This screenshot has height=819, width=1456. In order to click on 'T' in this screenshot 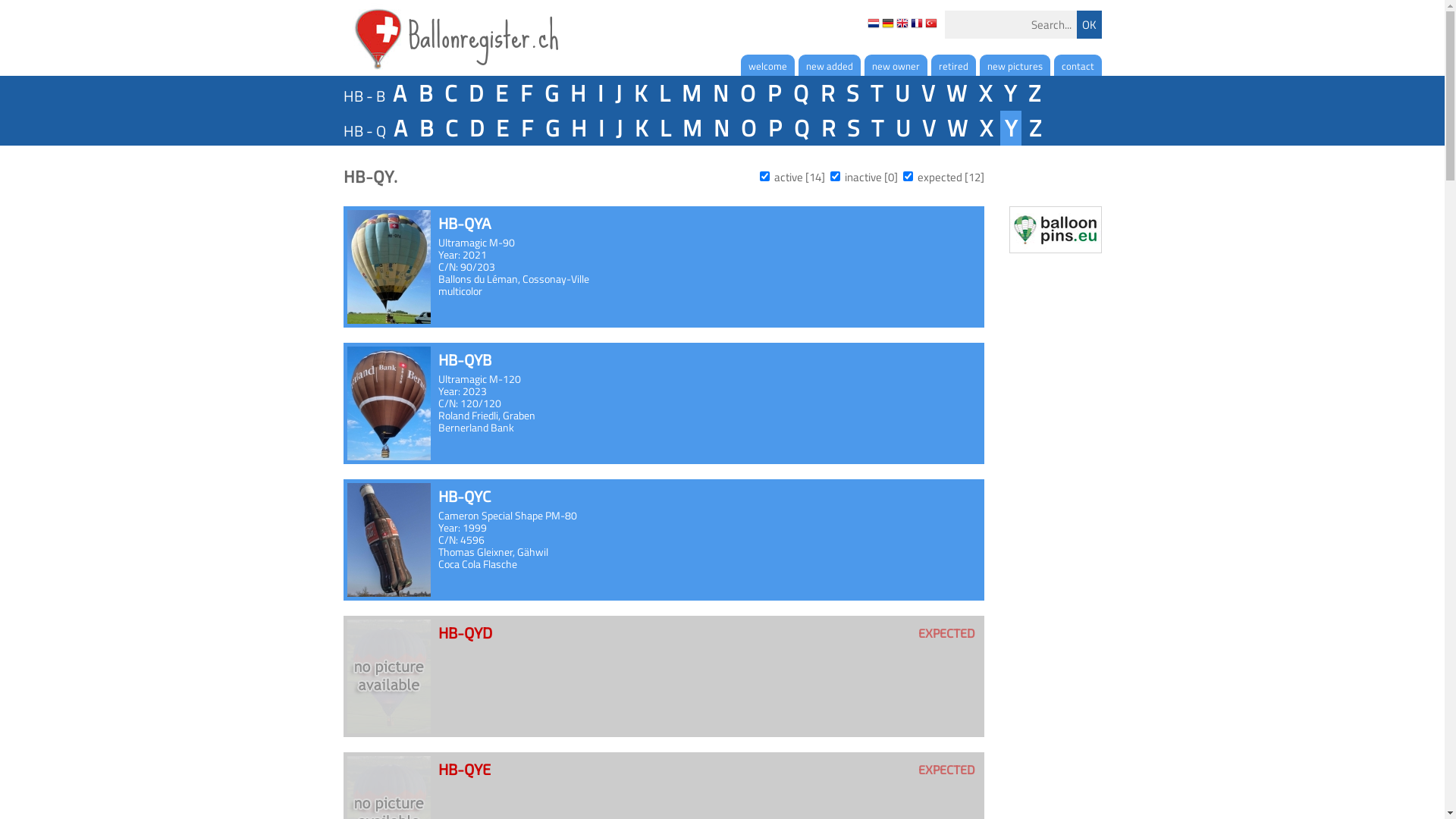, I will do `click(877, 93)`.